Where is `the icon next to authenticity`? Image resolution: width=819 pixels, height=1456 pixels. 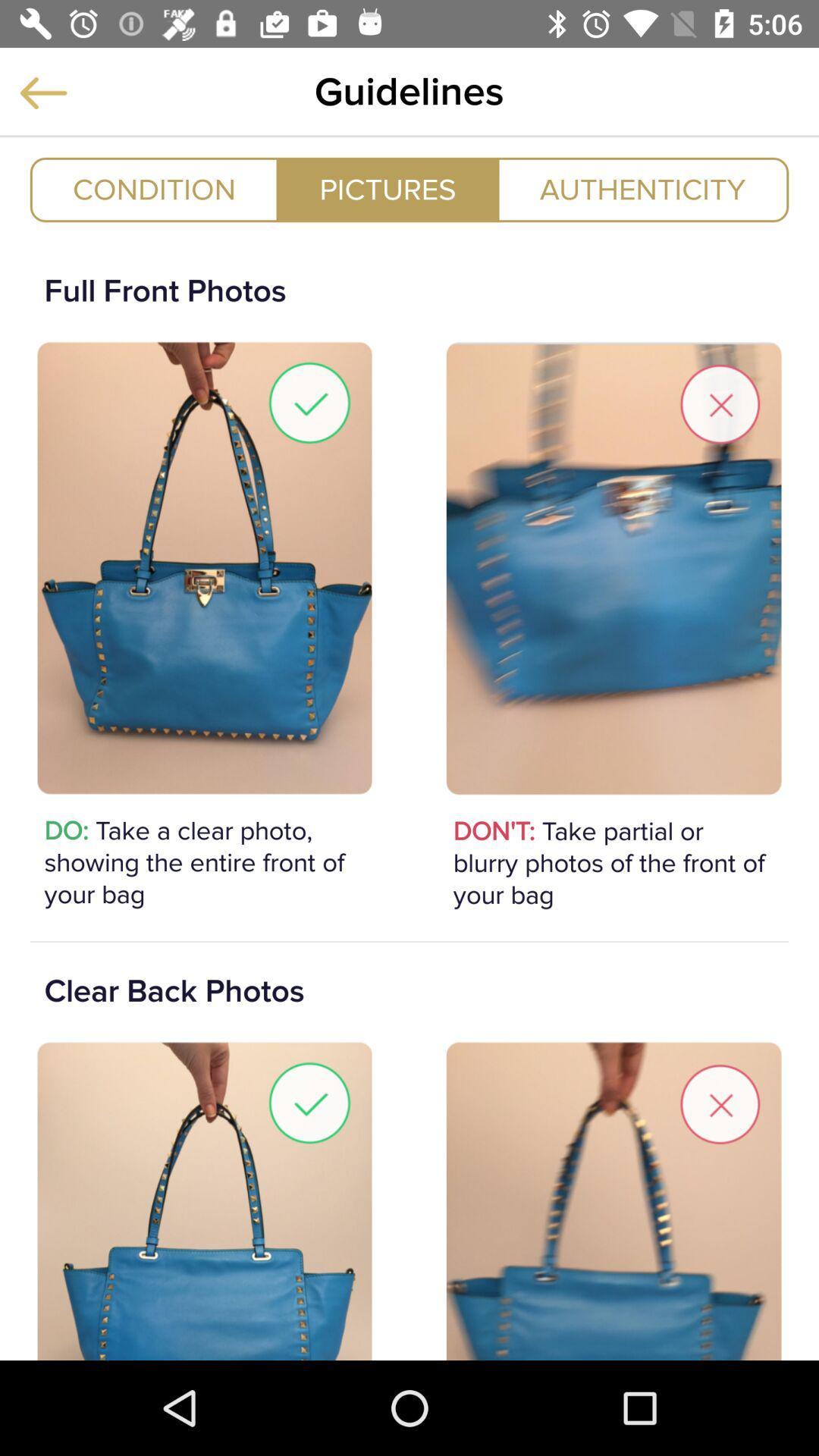 the icon next to authenticity is located at coordinates (387, 189).